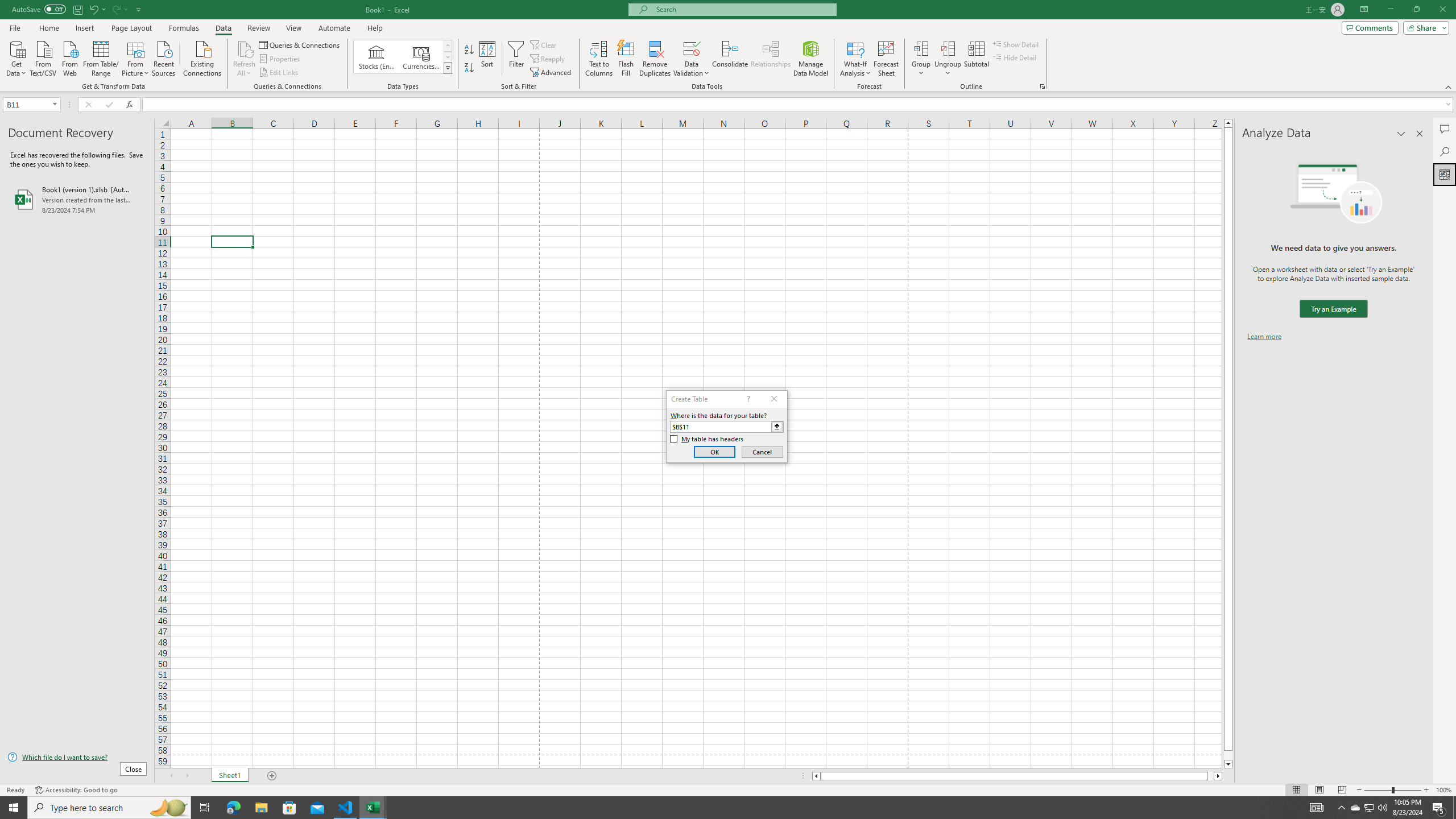  Describe the element at coordinates (598, 59) in the screenshot. I see `'Text to Columns...'` at that location.